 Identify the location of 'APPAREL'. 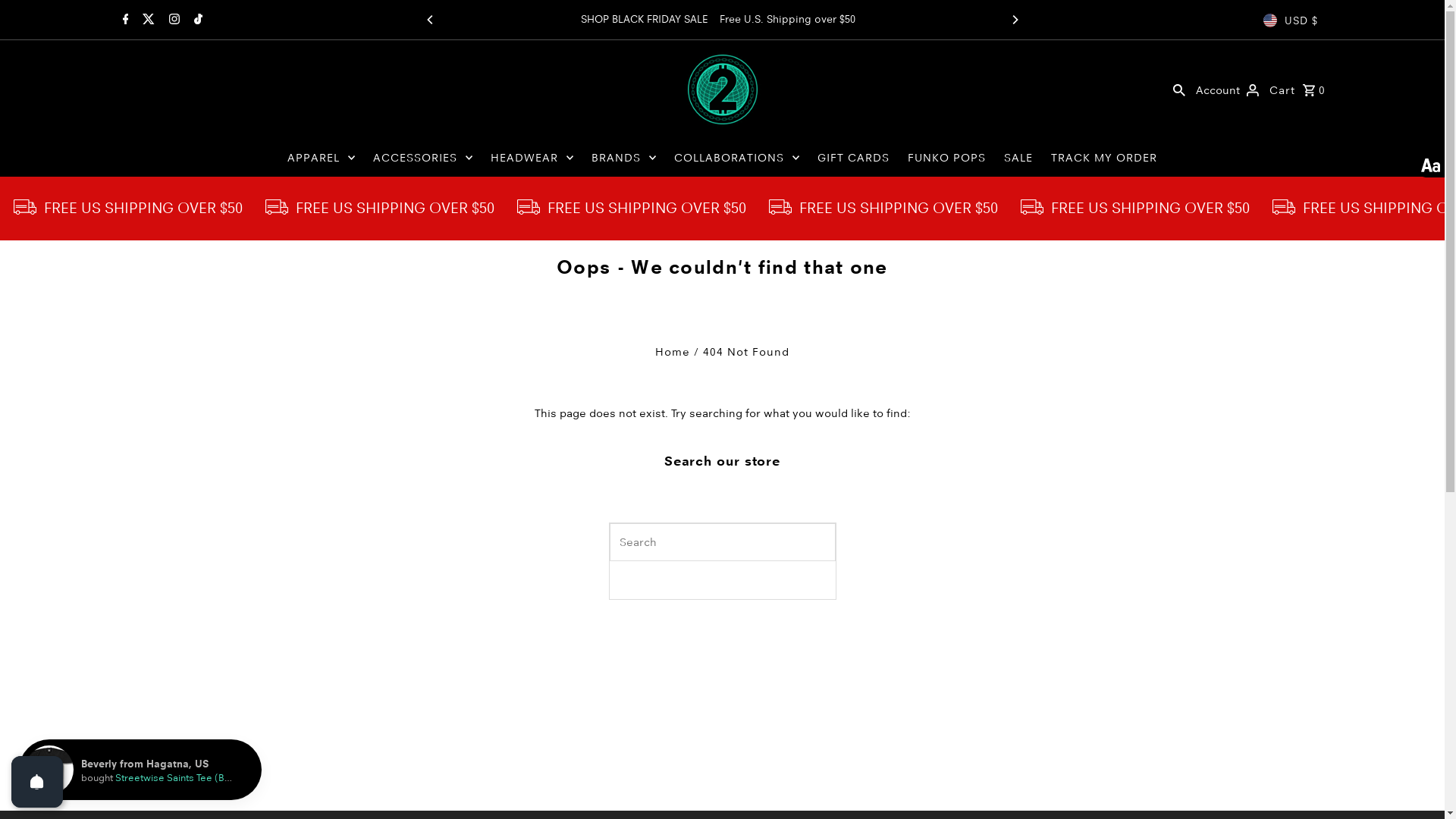
(320, 158).